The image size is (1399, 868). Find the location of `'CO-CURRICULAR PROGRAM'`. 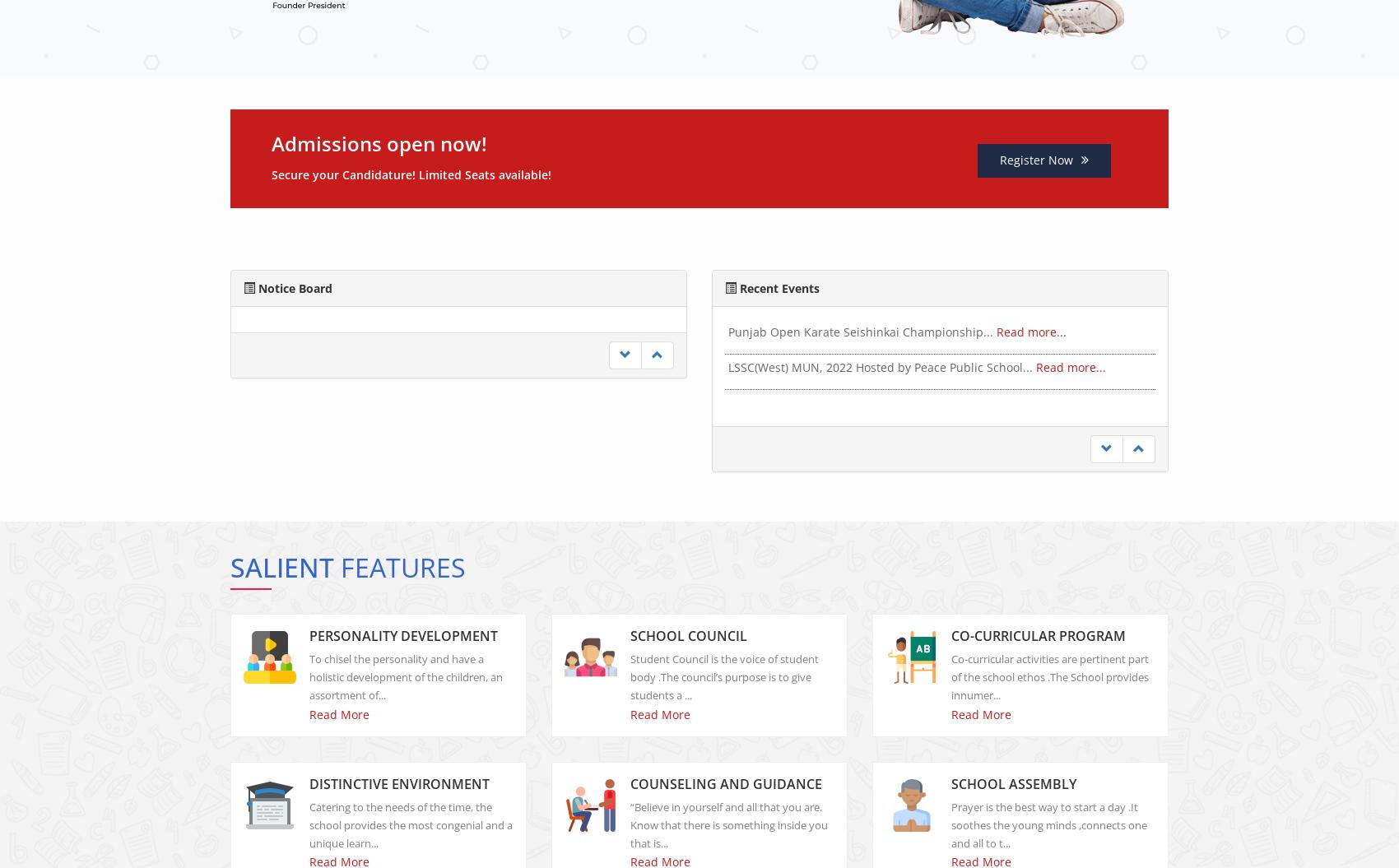

'CO-CURRICULAR PROGRAM' is located at coordinates (1038, 648).